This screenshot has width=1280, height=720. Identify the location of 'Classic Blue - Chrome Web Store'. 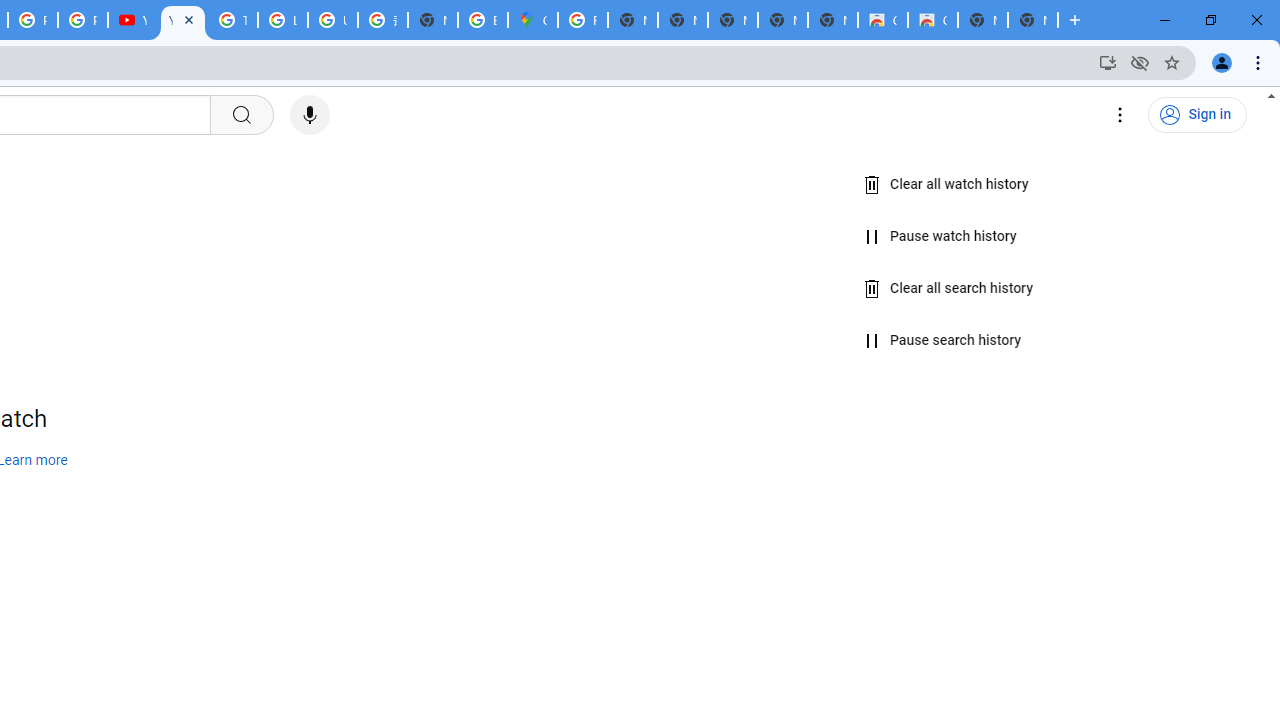
(881, 20).